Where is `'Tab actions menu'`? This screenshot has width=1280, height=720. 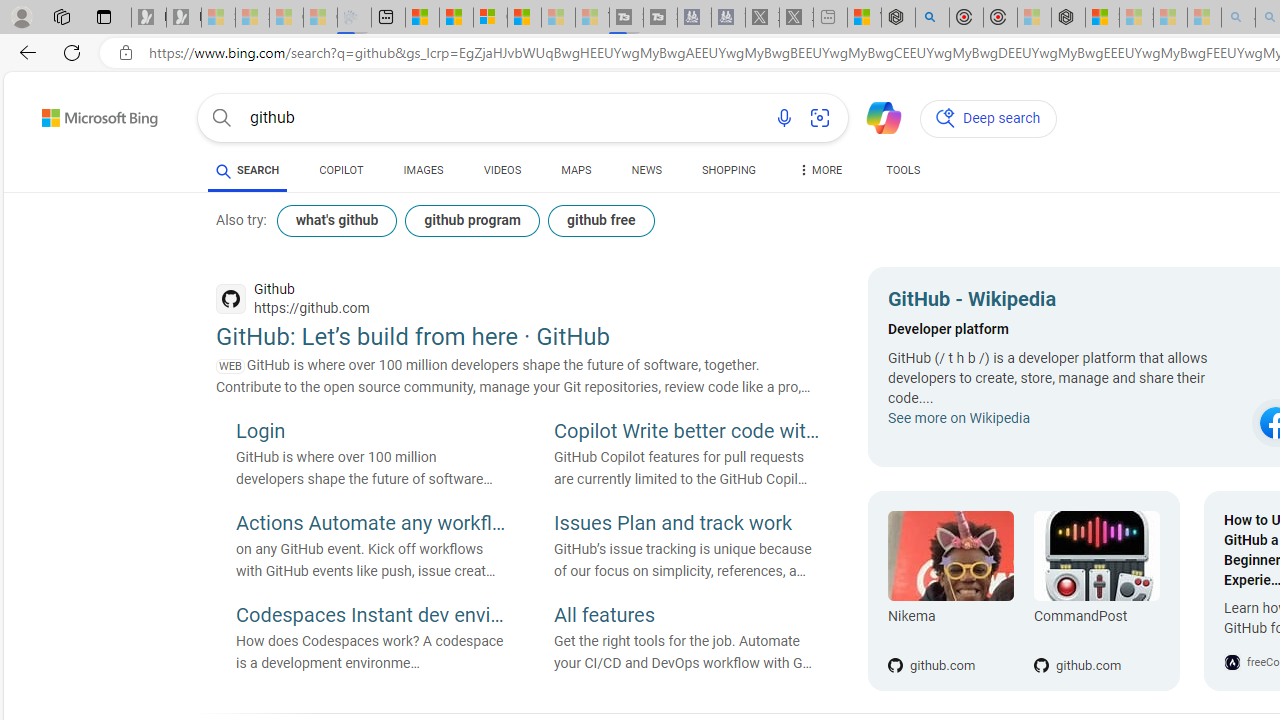 'Tab actions menu' is located at coordinates (103, 16).